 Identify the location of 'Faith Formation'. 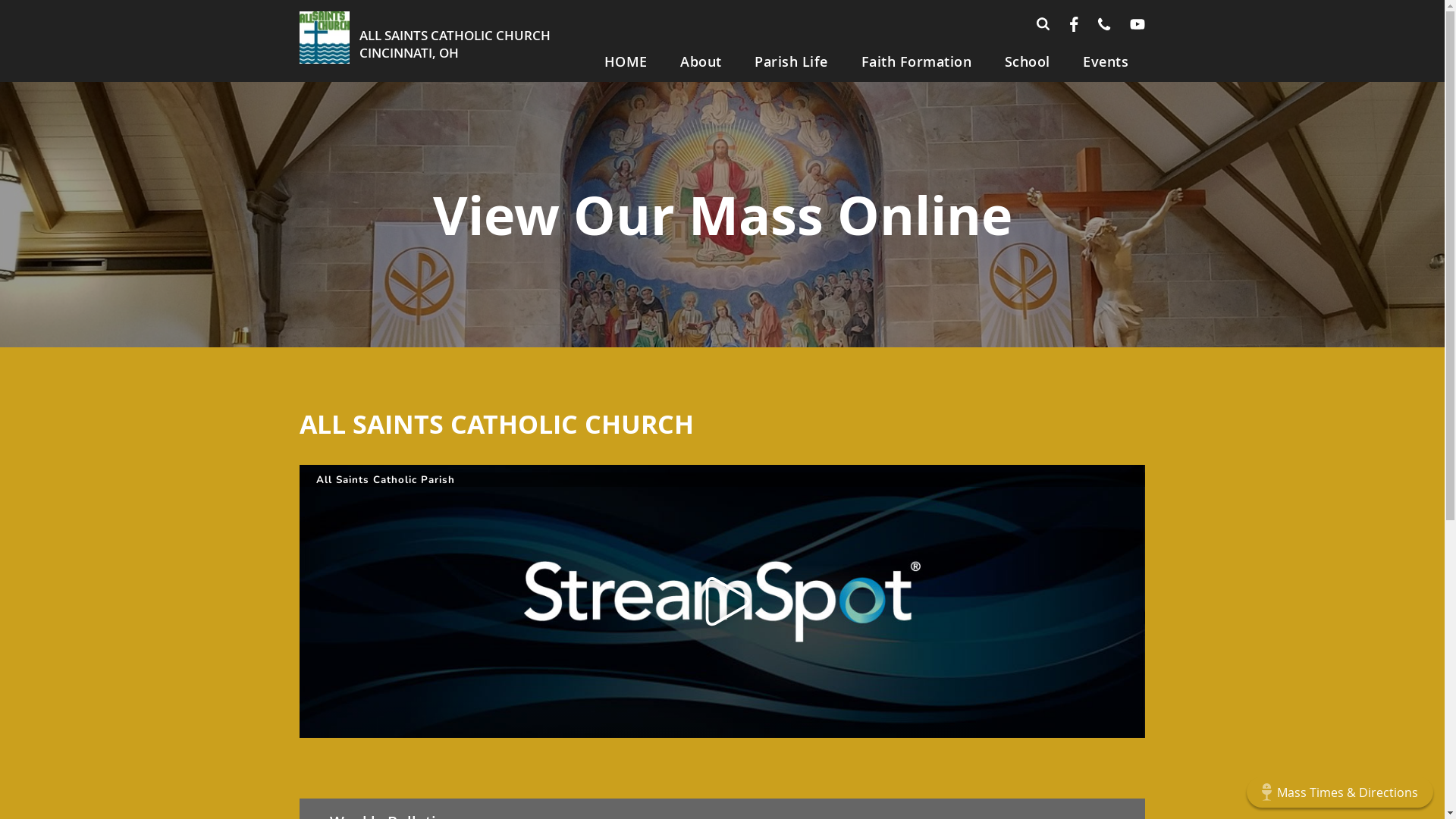
(915, 61).